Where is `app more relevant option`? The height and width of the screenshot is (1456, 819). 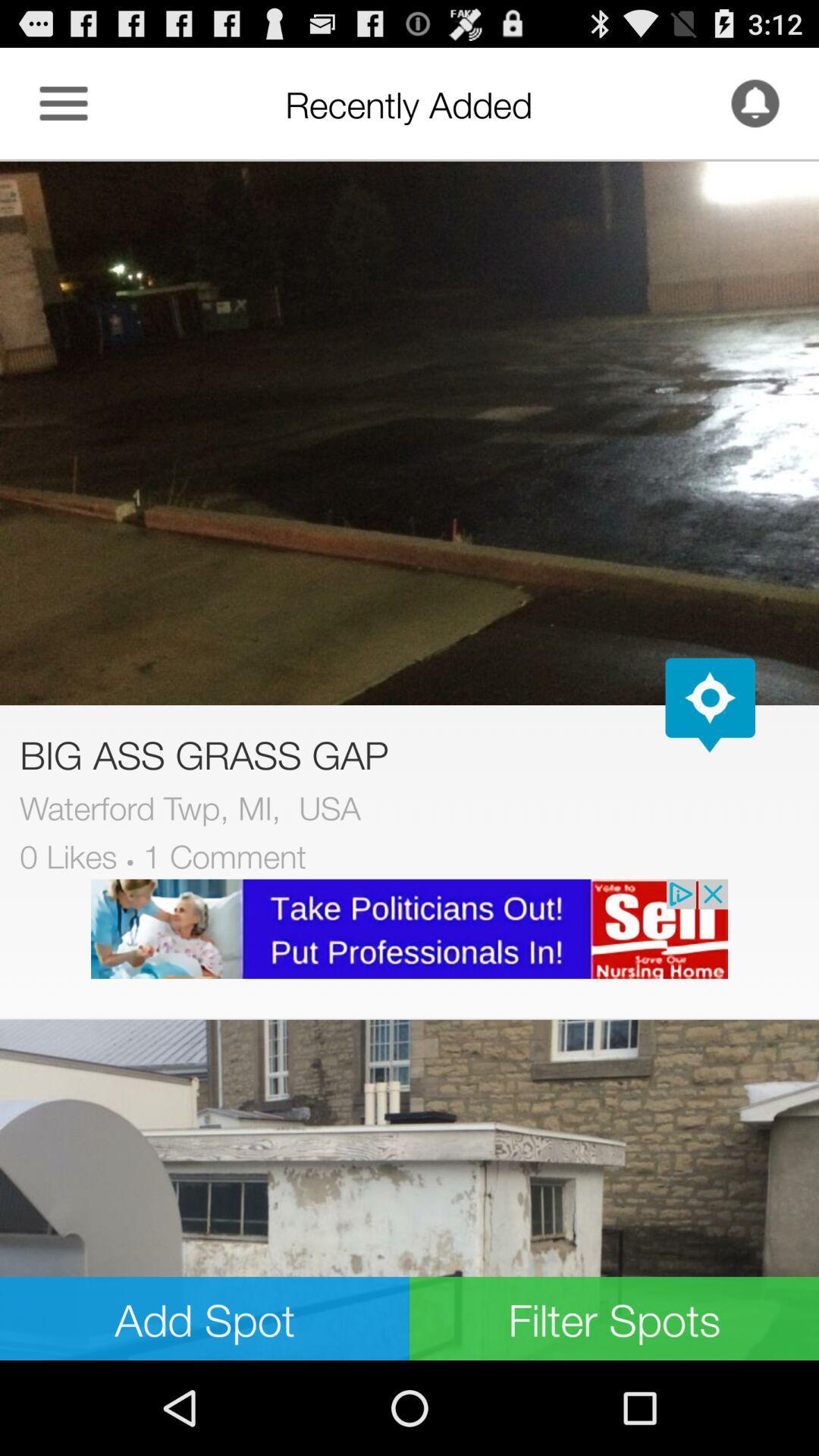
app more relevant option is located at coordinates (63, 102).